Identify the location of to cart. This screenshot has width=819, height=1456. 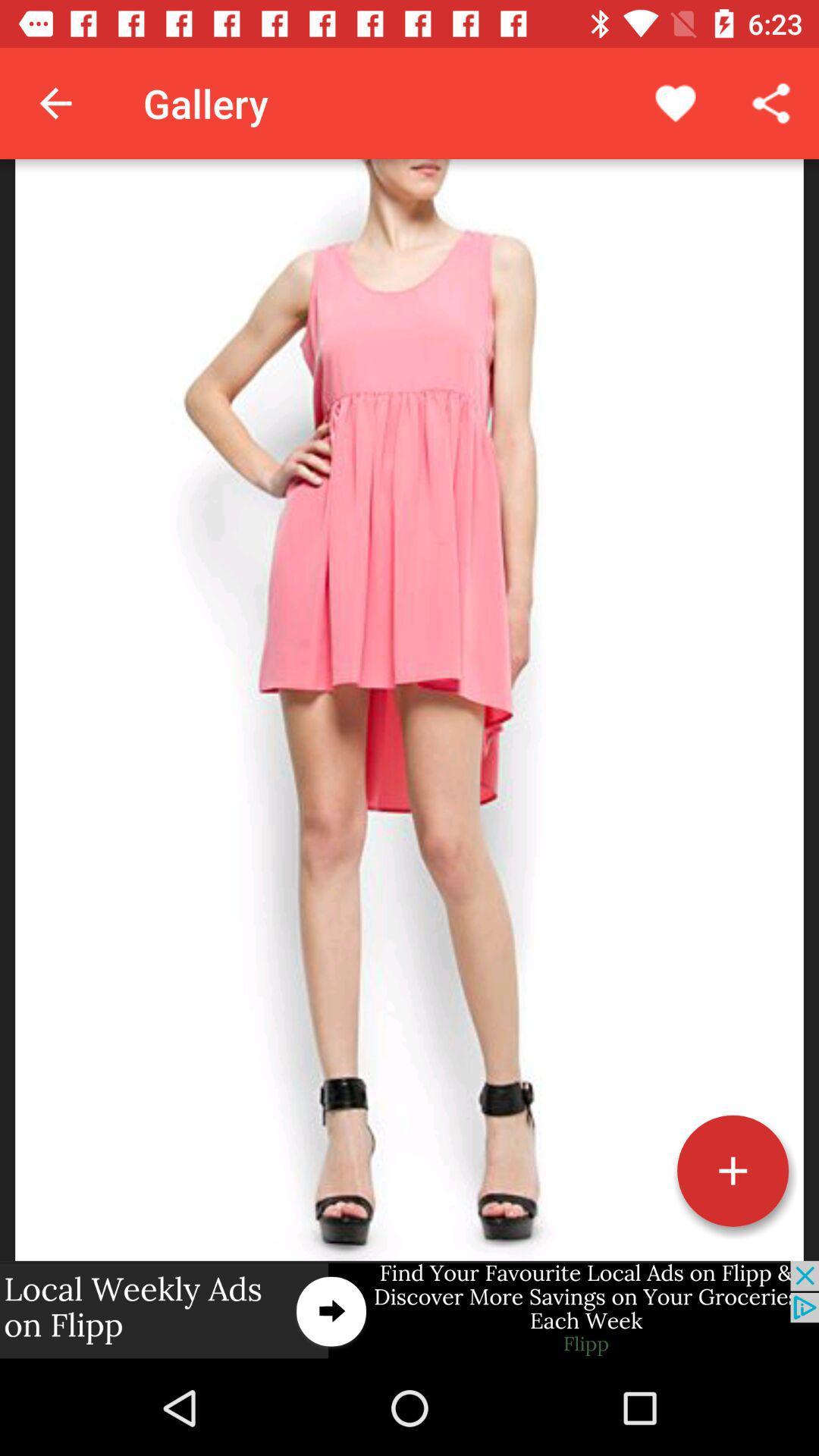
(732, 1170).